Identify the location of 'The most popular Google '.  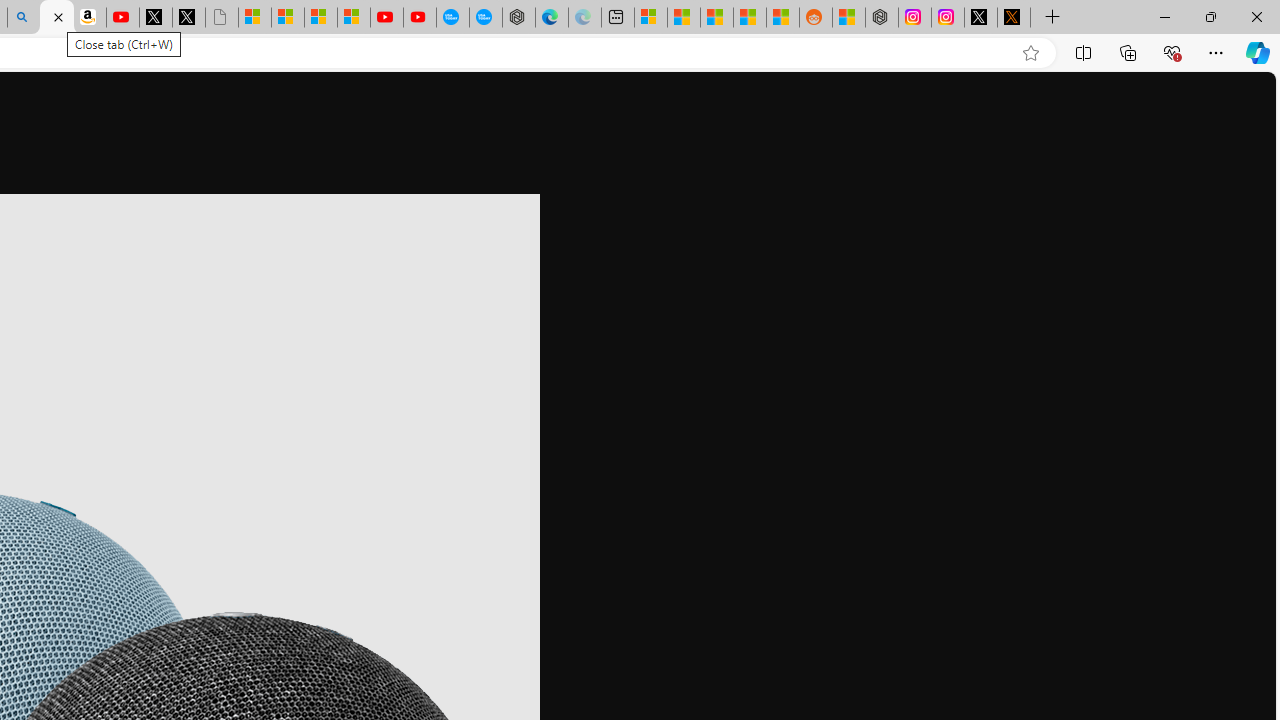
(485, 17).